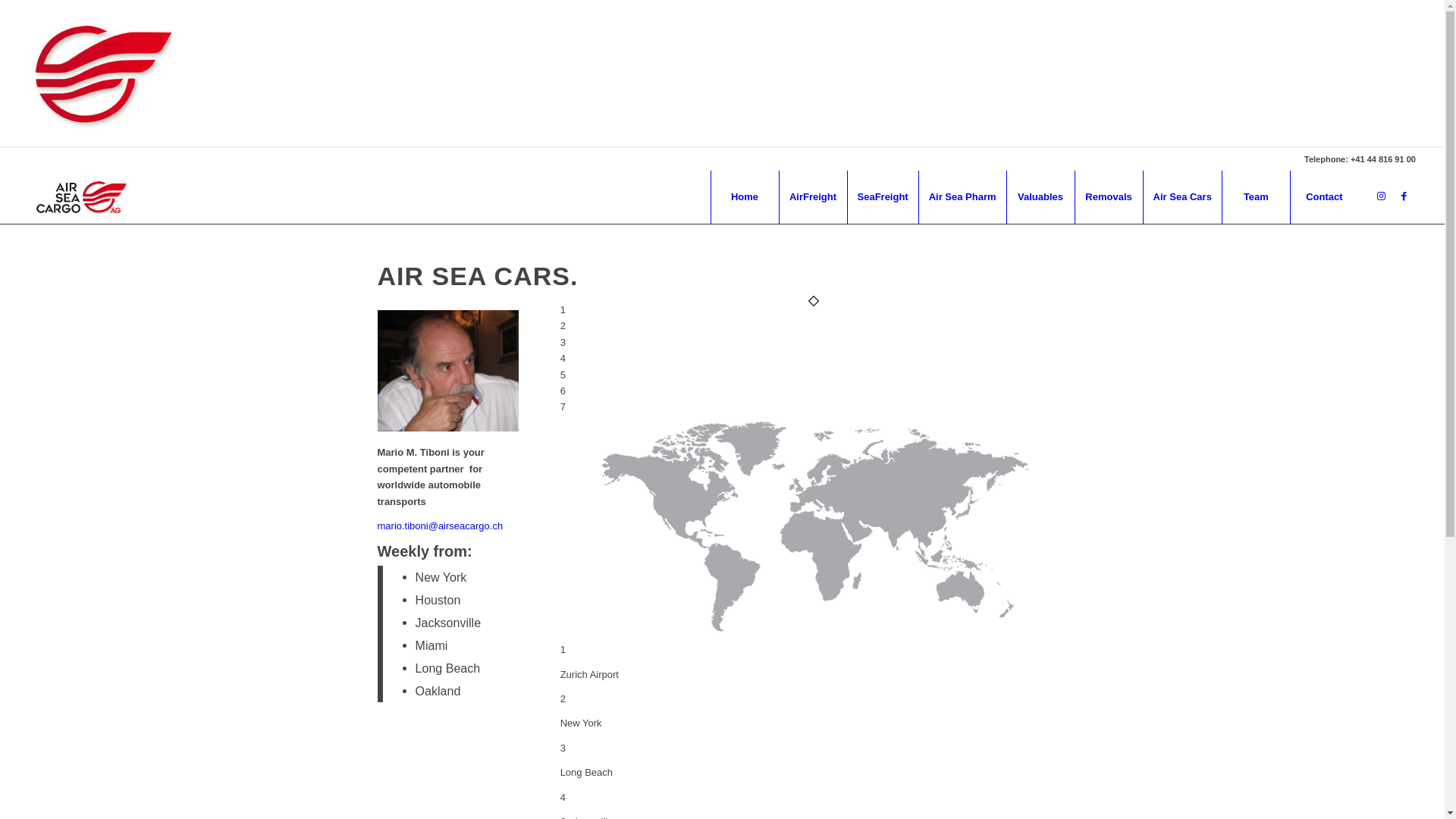  What do you see at coordinates (811, 196) in the screenshot?
I see `'AirFreight'` at bounding box center [811, 196].